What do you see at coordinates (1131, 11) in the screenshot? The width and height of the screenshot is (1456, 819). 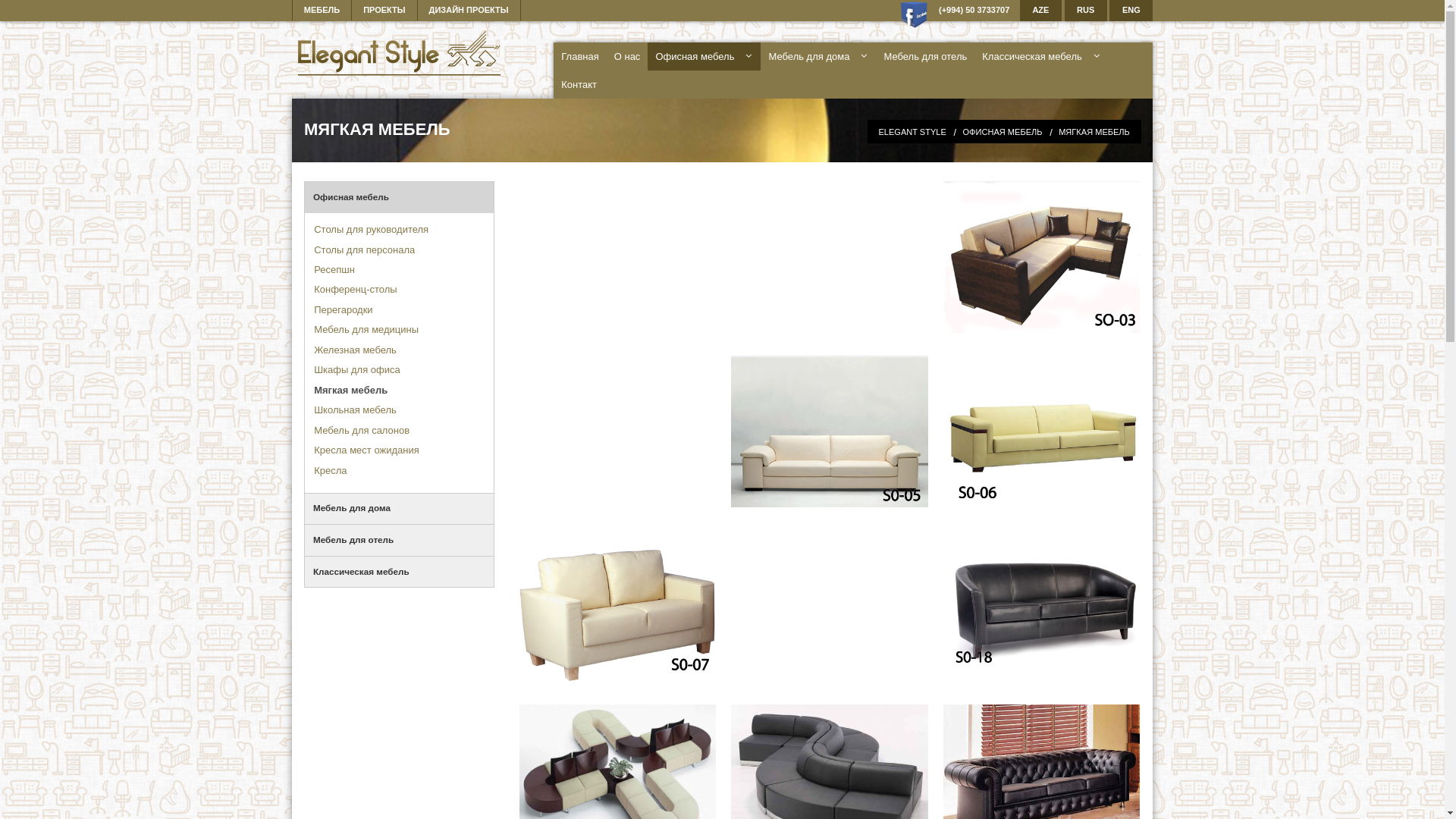 I see `'ENG'` at bounding box center [1131, 11].